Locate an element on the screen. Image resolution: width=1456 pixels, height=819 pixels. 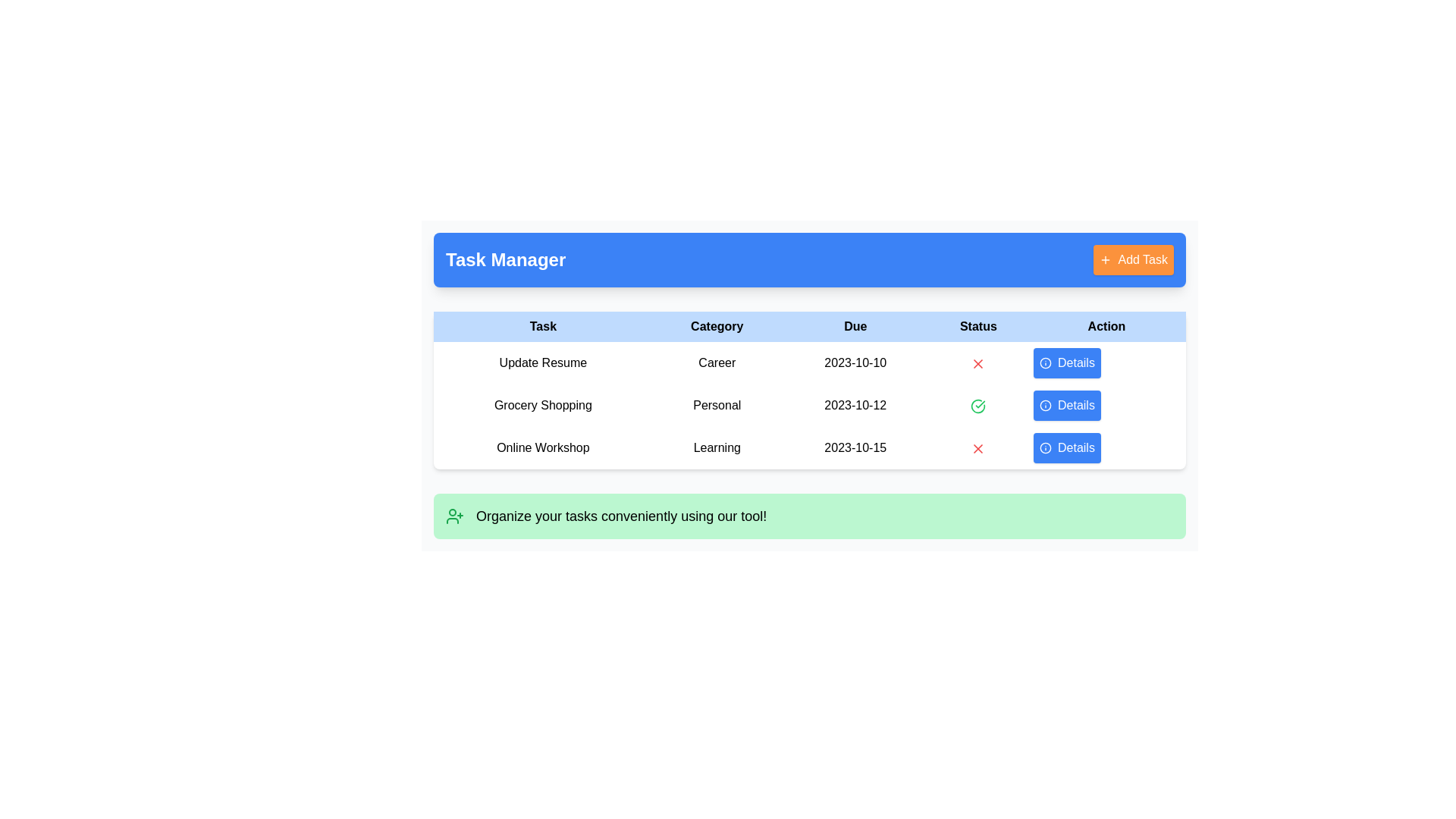
the informational indicator icon located in the second row of the 'Action' column under the 'Details' button is located at coordinates (1044, 405).